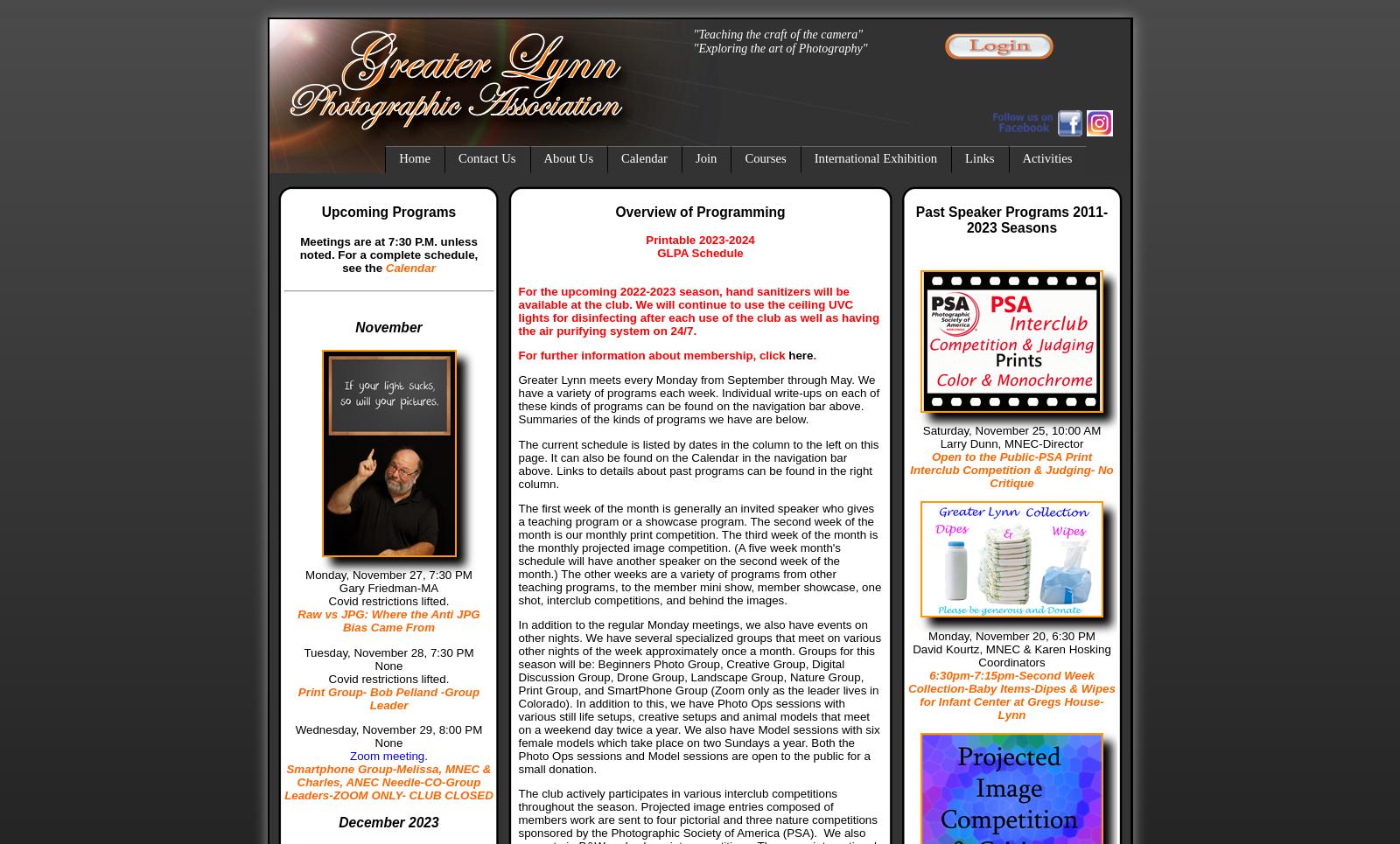 The width and height of the screenshot is (1400, 844). I want to click on 'Open to the Public-PSA Print Interclub Competition & Judging- No Critique', so click(1011, 468).